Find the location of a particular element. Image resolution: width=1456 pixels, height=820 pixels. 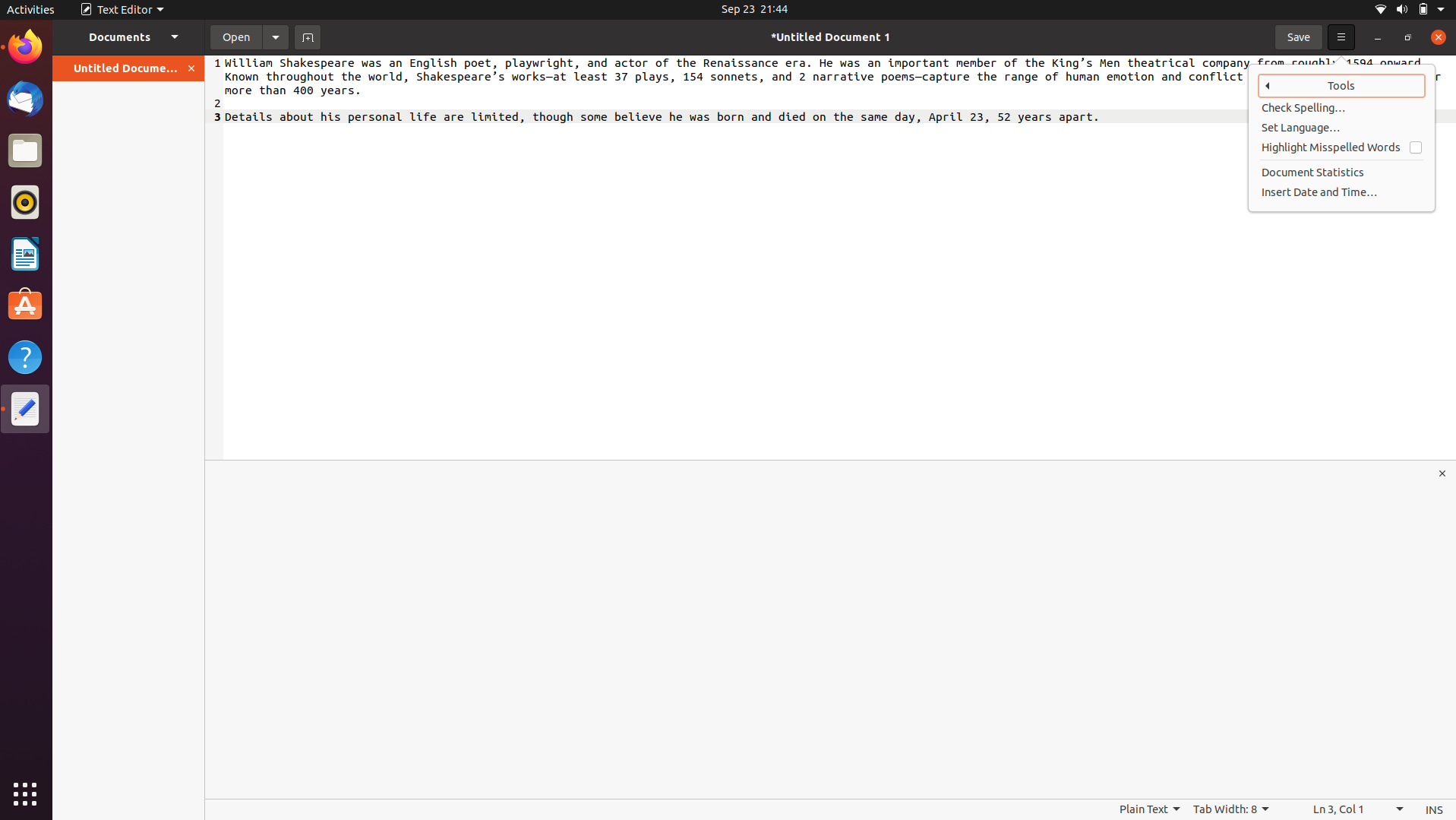

document statistics feature is located at coordinates (1341, 170).